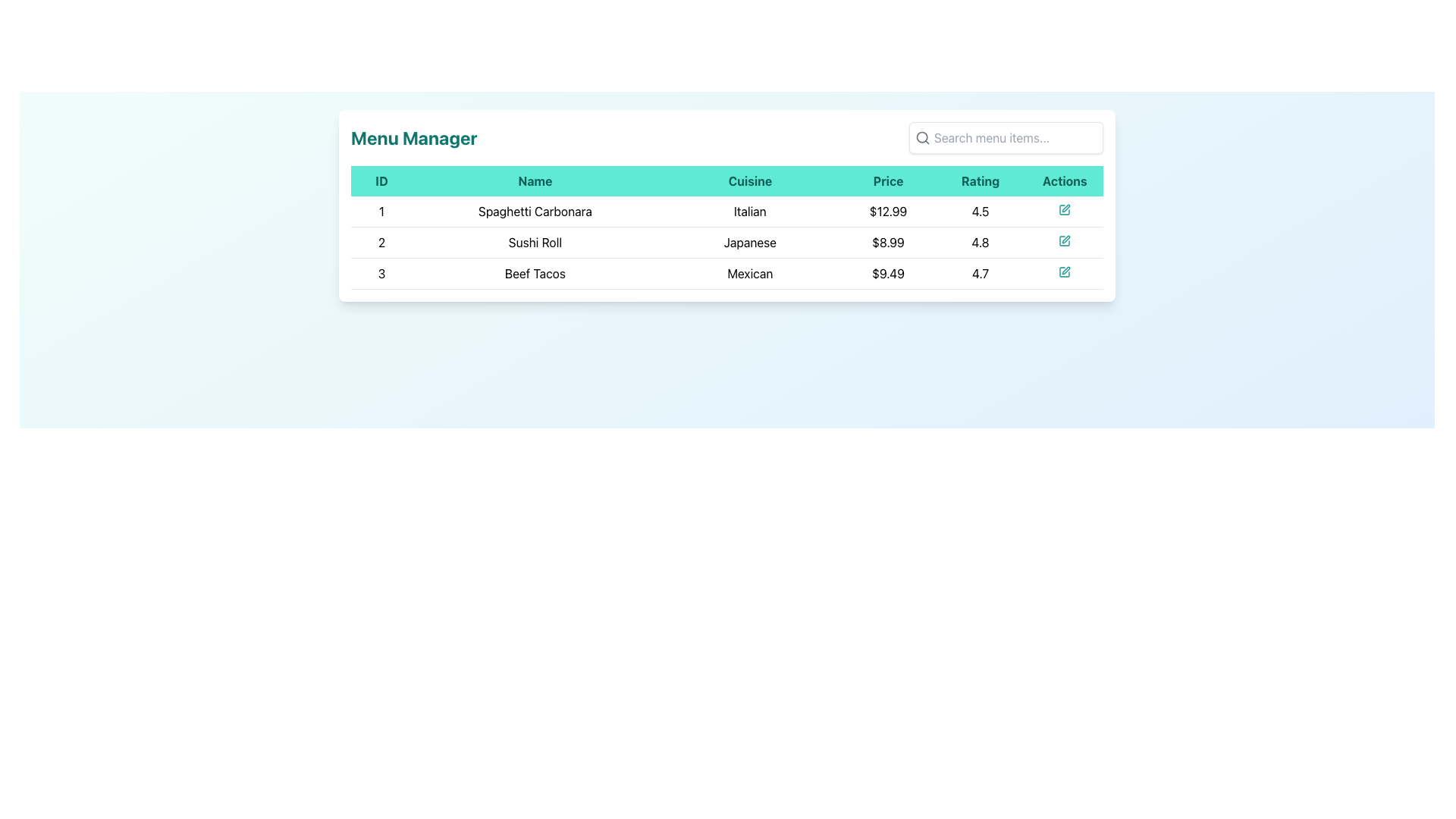  Describe the element at coordinates (1064, 212) in the screenshot. I see `the teal icon button resembling a pen or edit symbol located in the 'Actions' column of the 'Menu Manager' table for 'Spaghetti Carbonara'` at that location.